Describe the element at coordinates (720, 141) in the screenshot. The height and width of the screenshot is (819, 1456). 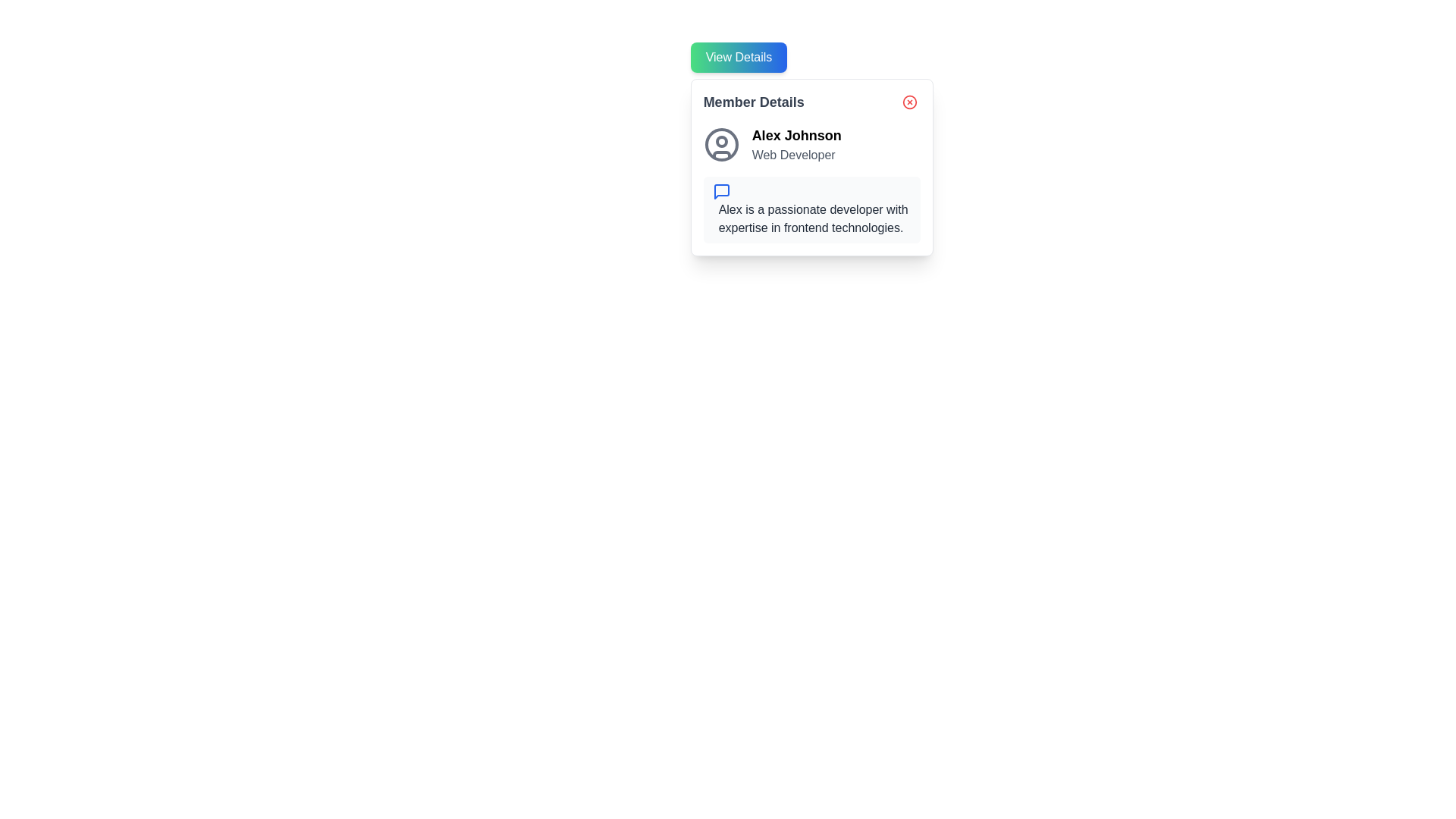
I see `the circular element that represents a user's head within the user profile icon in the 'Member Details' section` at that location.